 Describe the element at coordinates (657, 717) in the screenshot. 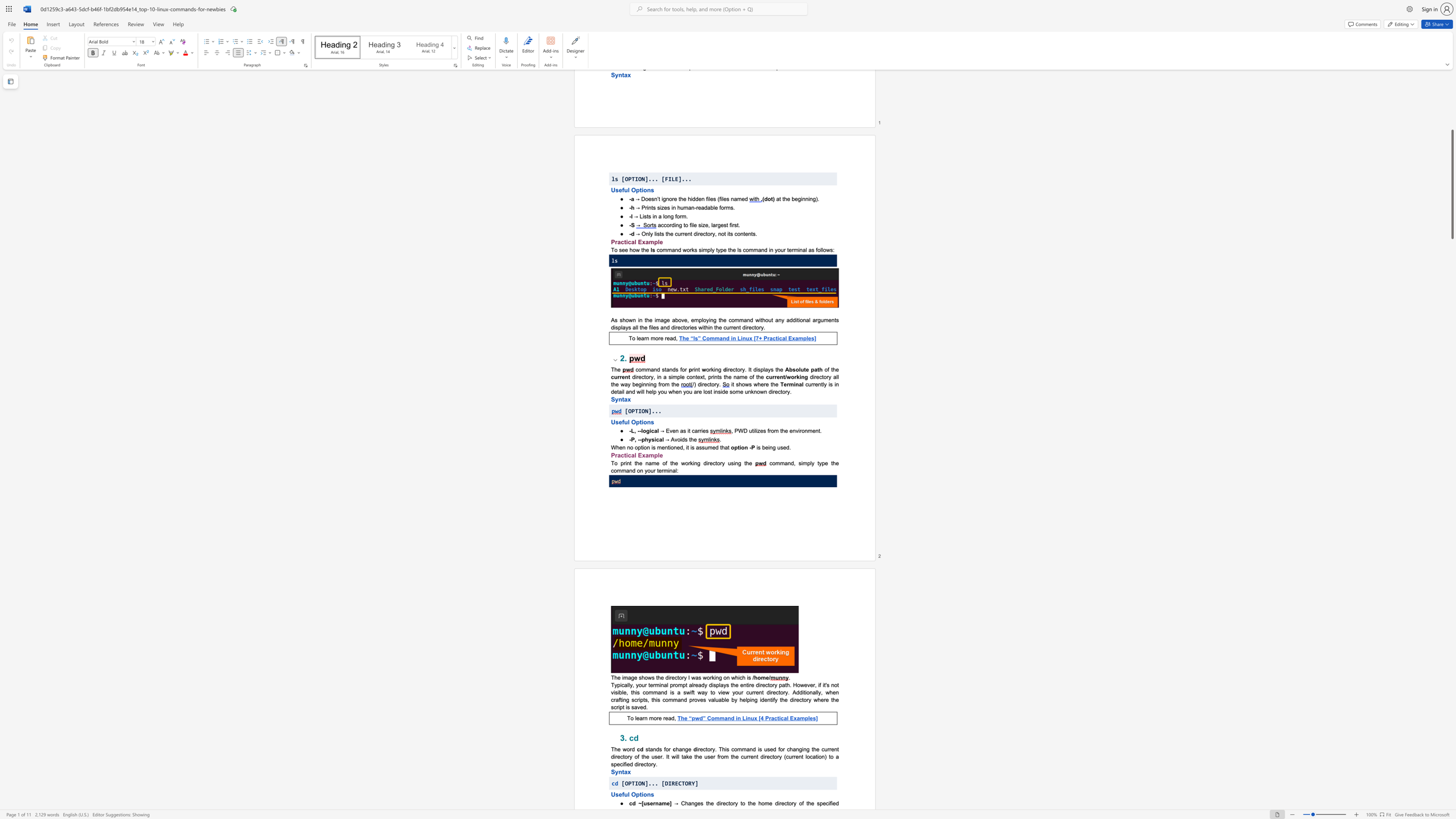

I see `the 2th character "r" in the text` at that location.